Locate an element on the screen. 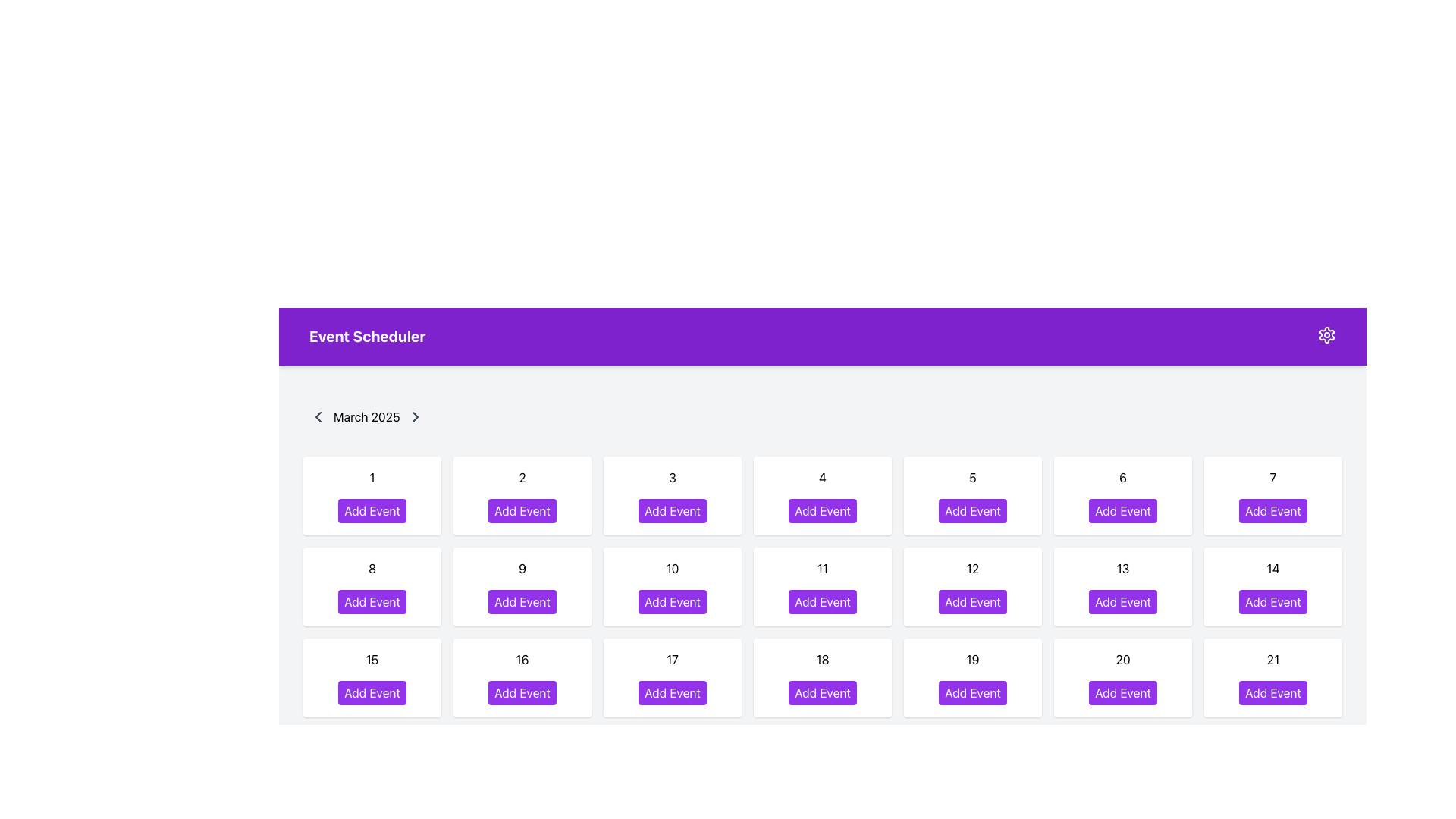 The height and width of the screenshot is (819, 1456). the 'Add Event' button with white text on a purple background located in the 'Event Scheduler' calendar interface below the date number 7 to change its background color is located at coordinates (1273, 511).